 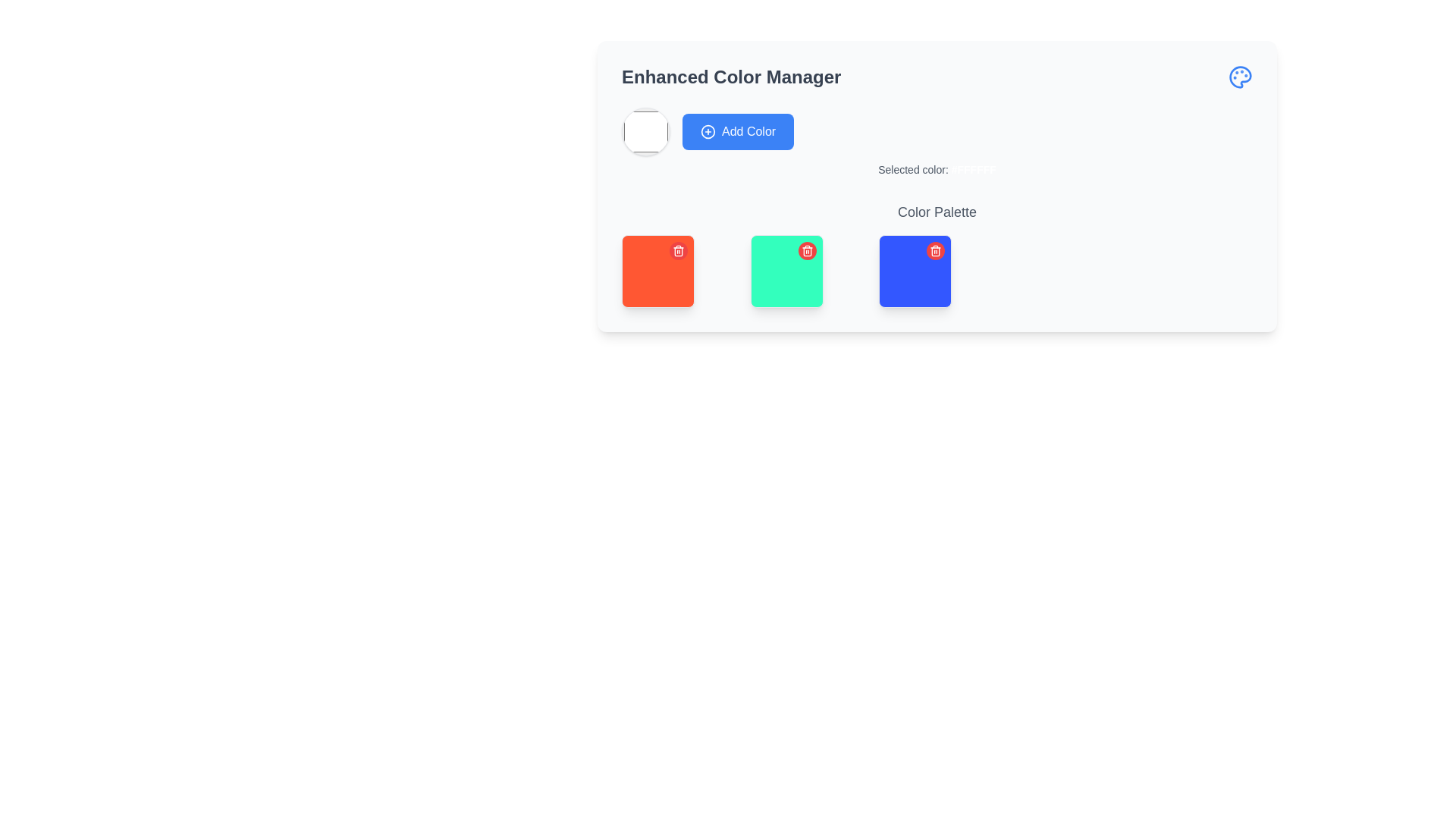 What do you see at coordinates (937, 143) in the screenshot?
I see `the circular color display in the Composite component` at bounding box center [937, 143].